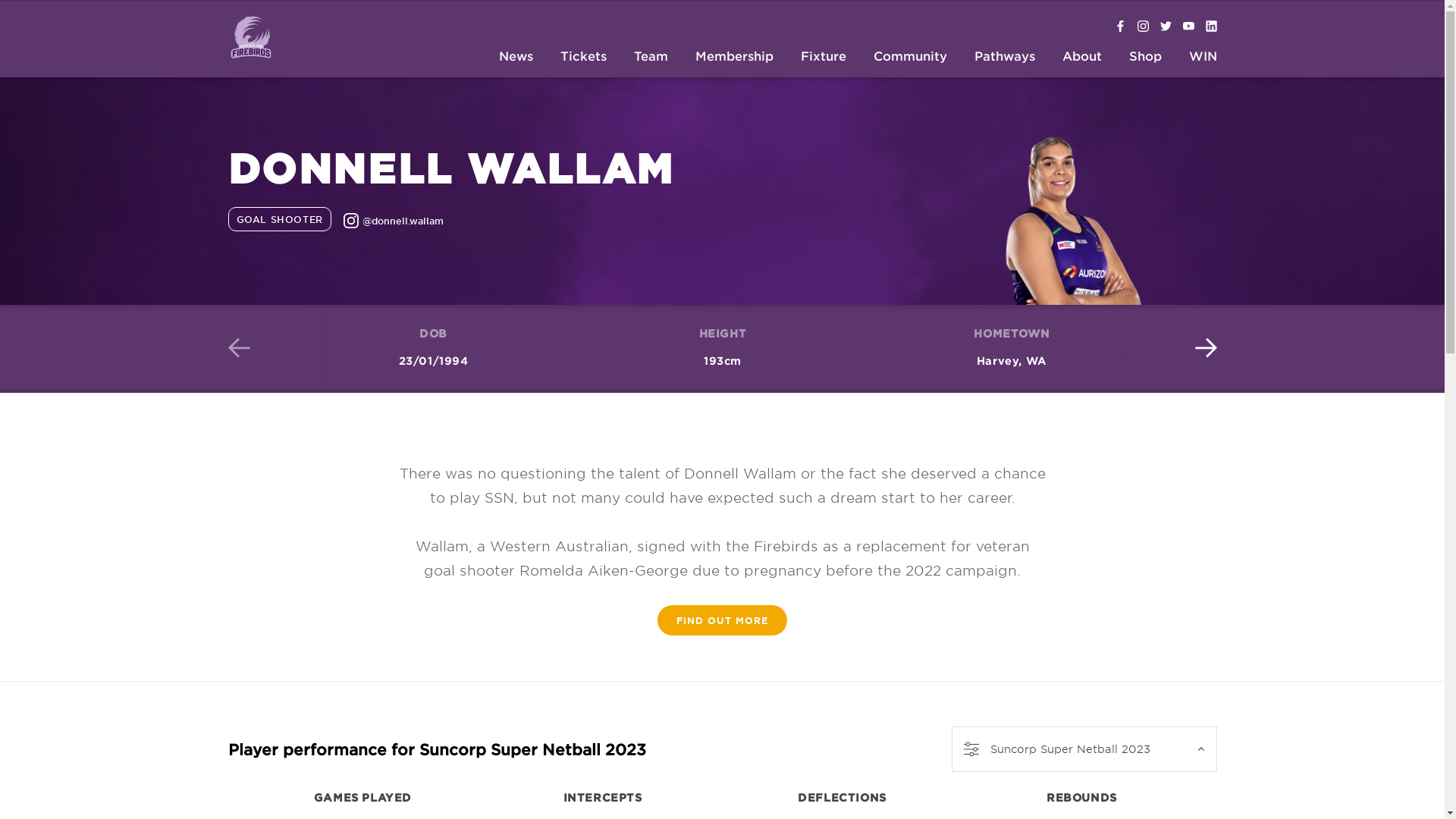 This screenshot has height=819, width=1456. I want to click on 'WIN', so click(1201, 57).